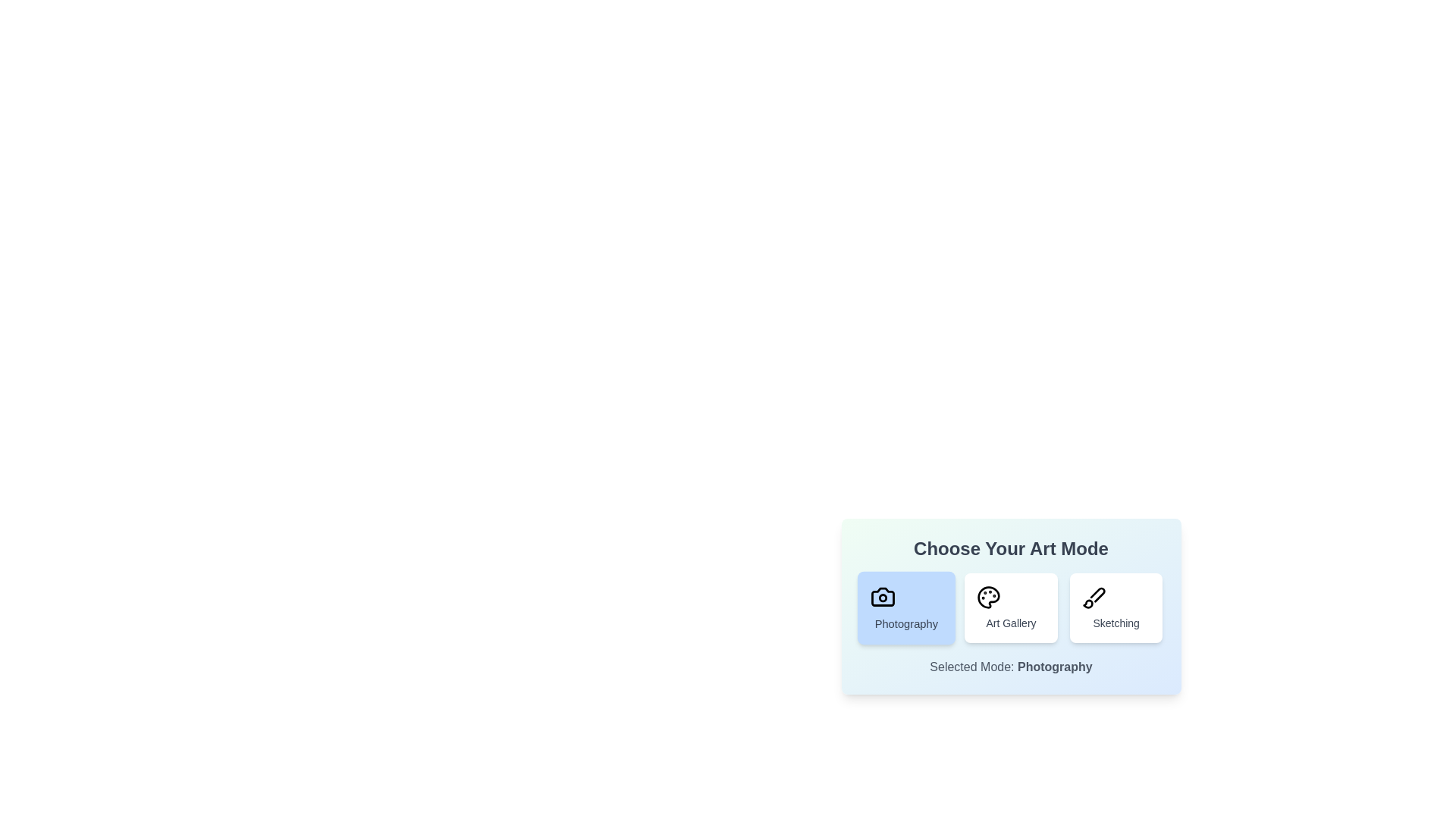 This screenshot has width=1456, height=819. Describe the element at coordinates (1116, 607) in the screenshot. I see `the button labeled Sketching` at that location.